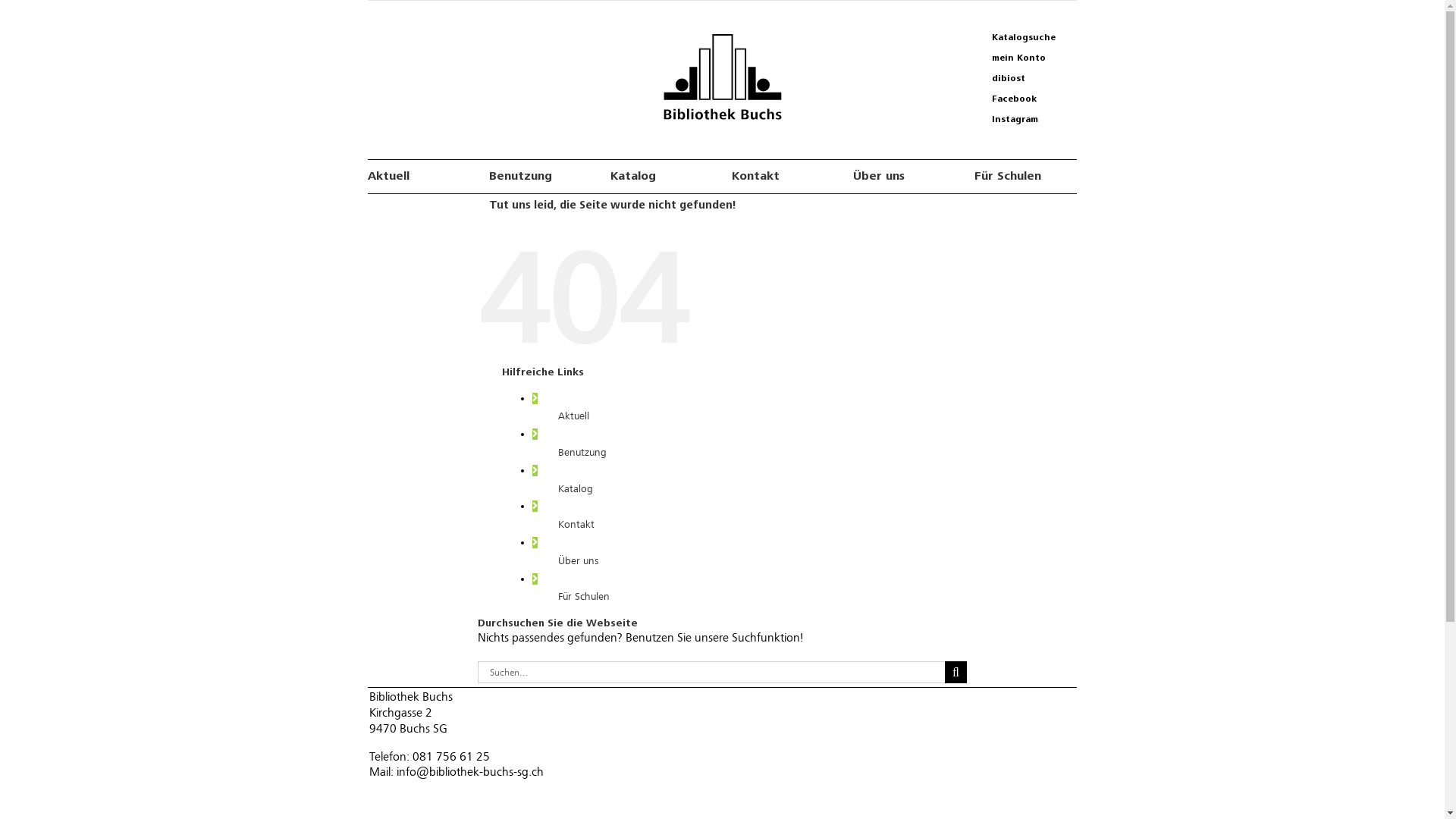  Describe the element at coordinates (1023, 99) in the screenshot. I see `'Facebook'` at that location.